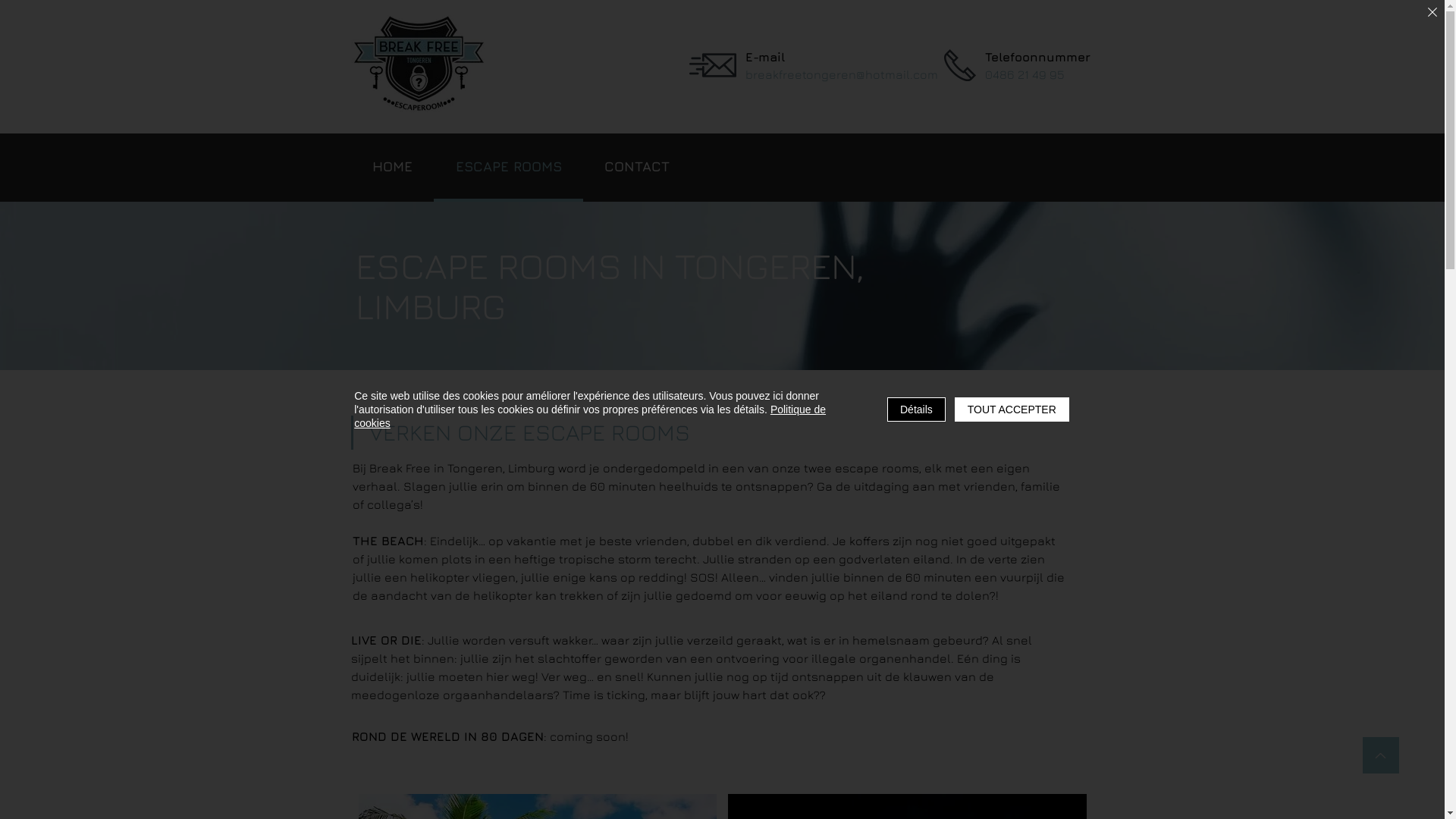 The image size is (1456, 819). I want to click on 'CONTACT', so click(637, 167).